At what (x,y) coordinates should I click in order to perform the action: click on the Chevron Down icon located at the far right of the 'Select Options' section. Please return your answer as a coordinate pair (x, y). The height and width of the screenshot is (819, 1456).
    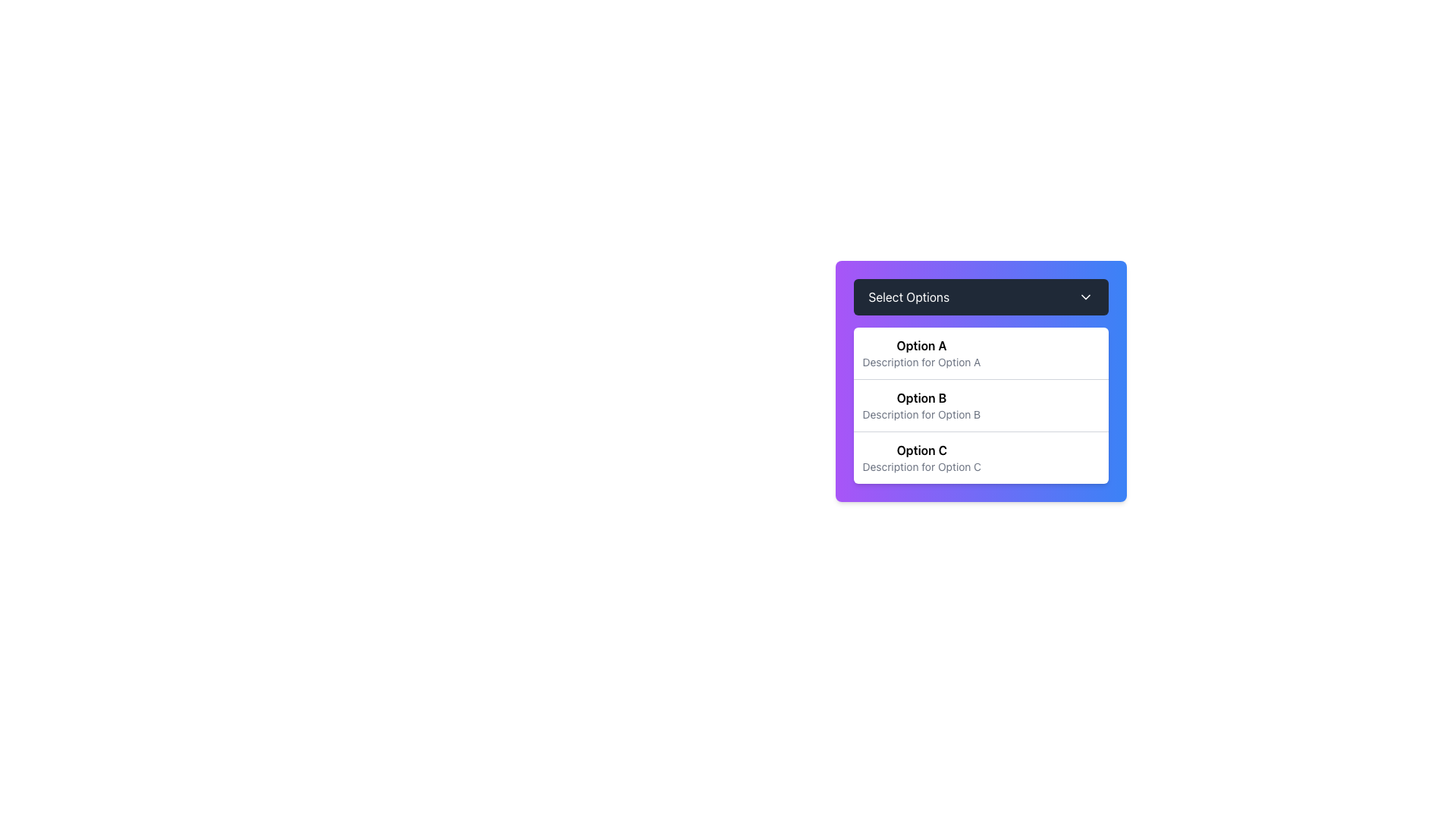
    Looking at the image, I should click on (1084, 297).